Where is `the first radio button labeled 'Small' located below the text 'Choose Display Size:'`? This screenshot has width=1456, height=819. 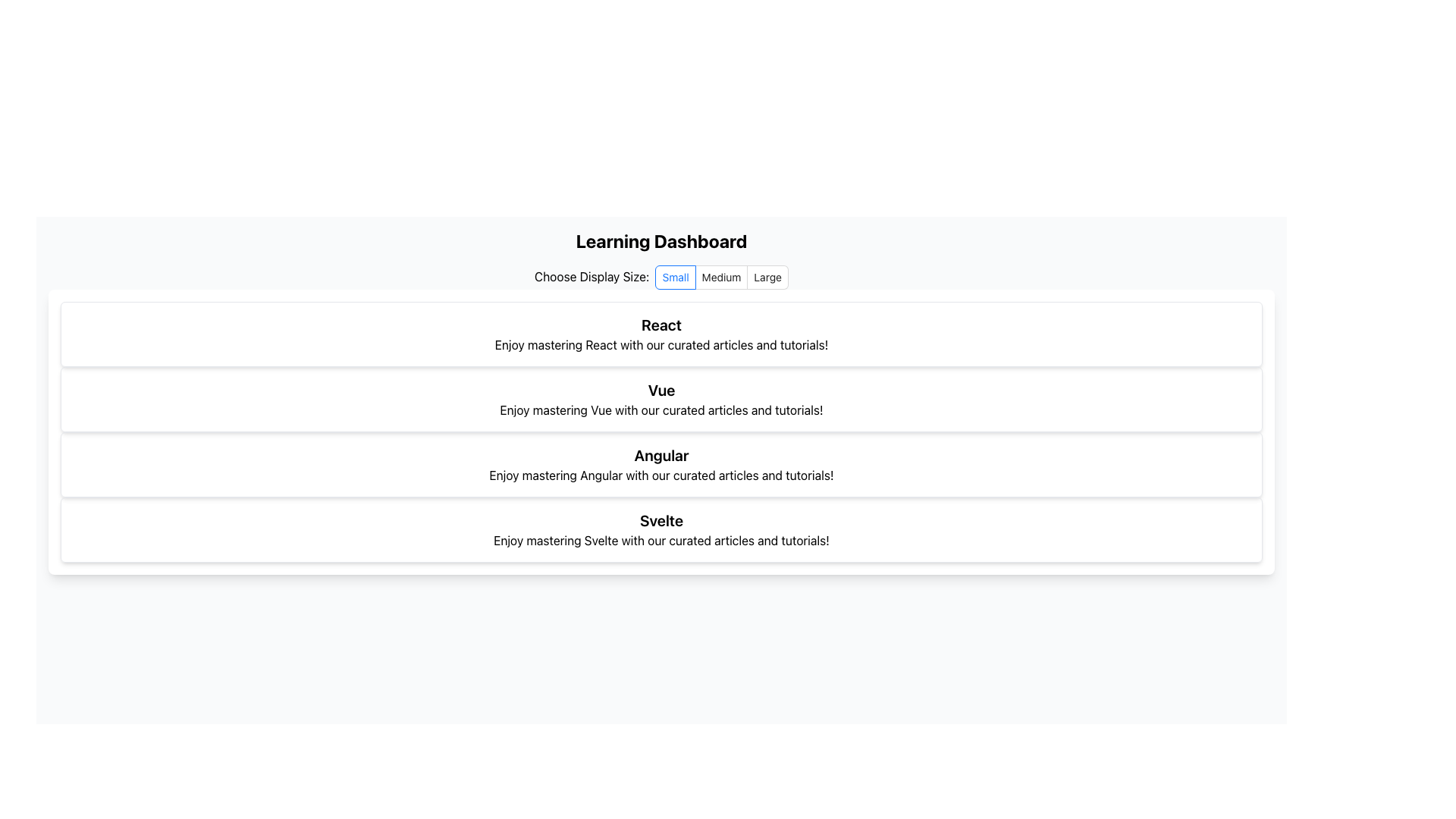 the first radio button labeled 'Small' located below the text 'Choose Display Size:' is located at coordinates (675, 278).